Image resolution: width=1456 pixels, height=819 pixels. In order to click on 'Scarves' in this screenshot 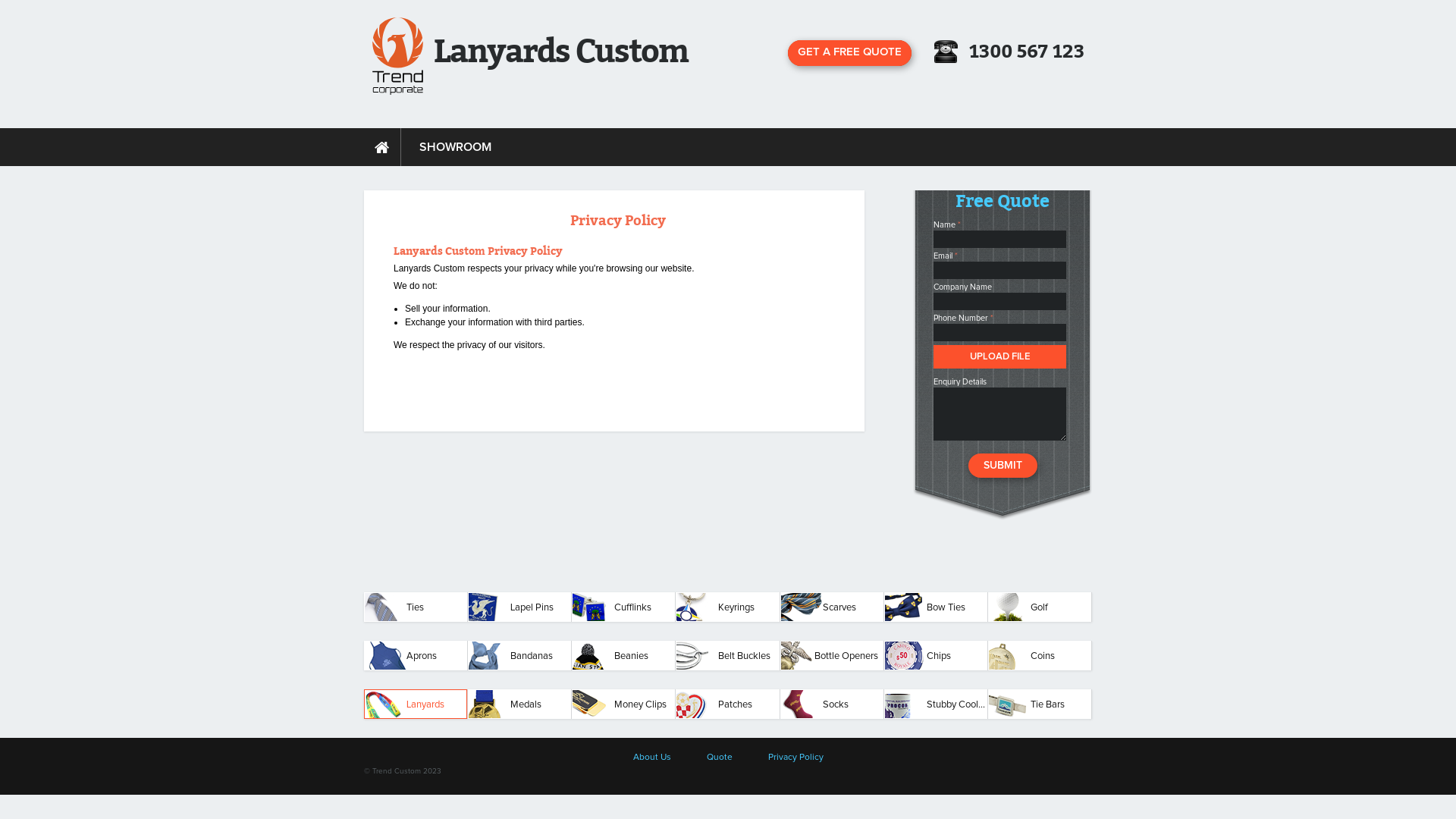, I will do `click(831, 606)`.